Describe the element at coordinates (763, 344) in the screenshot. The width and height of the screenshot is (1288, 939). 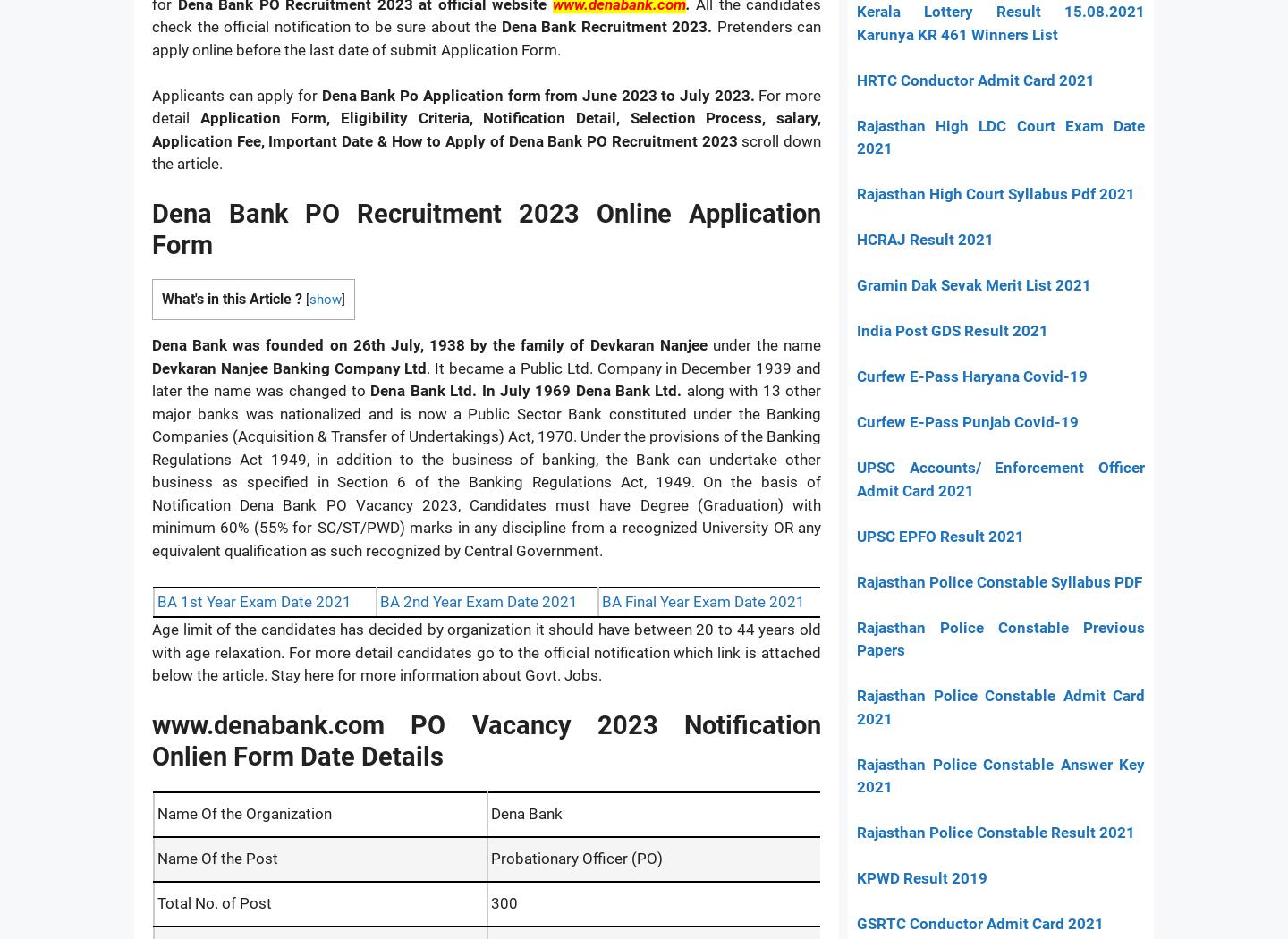
I see `'under the name'` at that location.